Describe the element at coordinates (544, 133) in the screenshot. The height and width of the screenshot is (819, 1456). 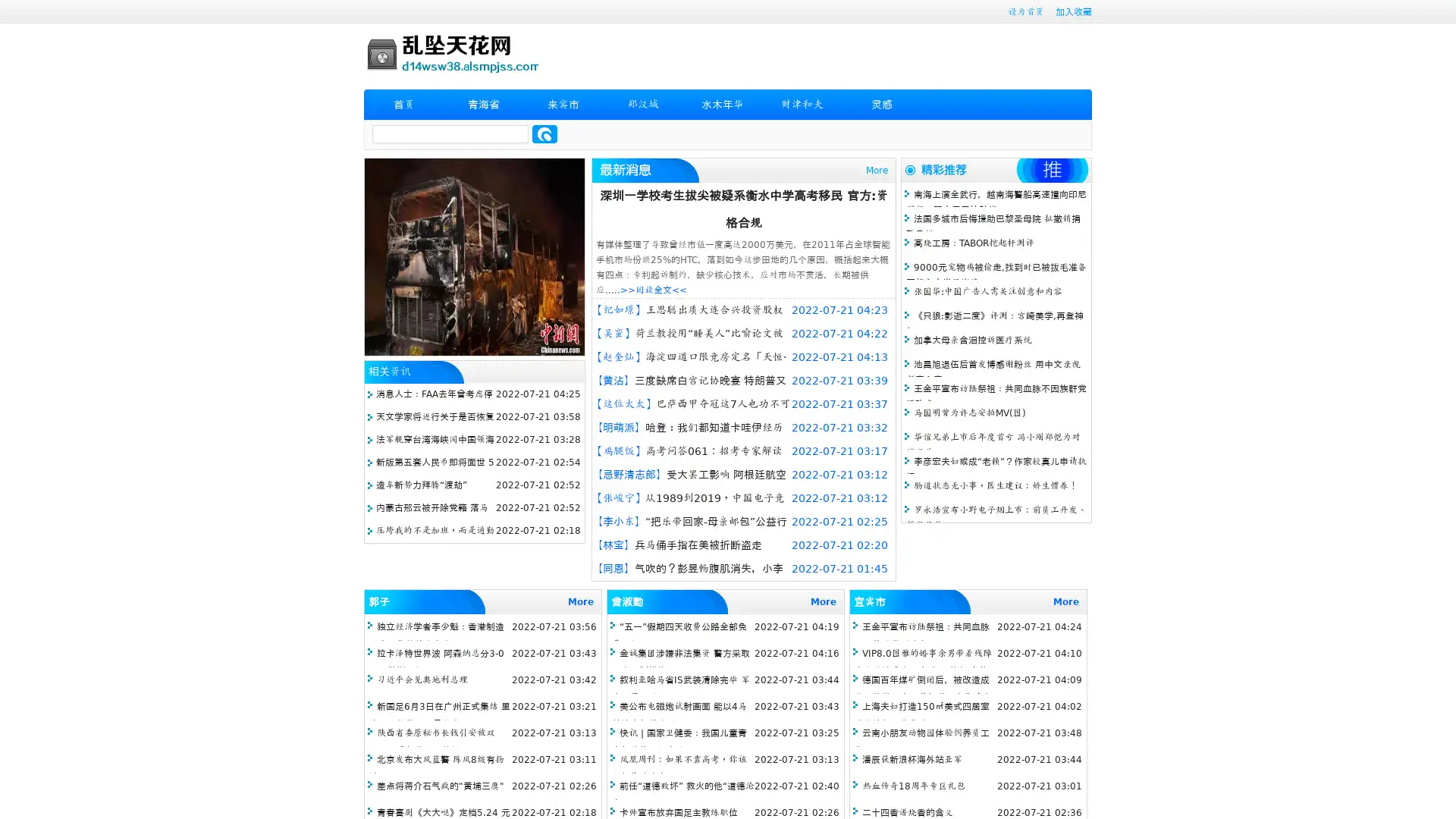
I see `Search` at that location.